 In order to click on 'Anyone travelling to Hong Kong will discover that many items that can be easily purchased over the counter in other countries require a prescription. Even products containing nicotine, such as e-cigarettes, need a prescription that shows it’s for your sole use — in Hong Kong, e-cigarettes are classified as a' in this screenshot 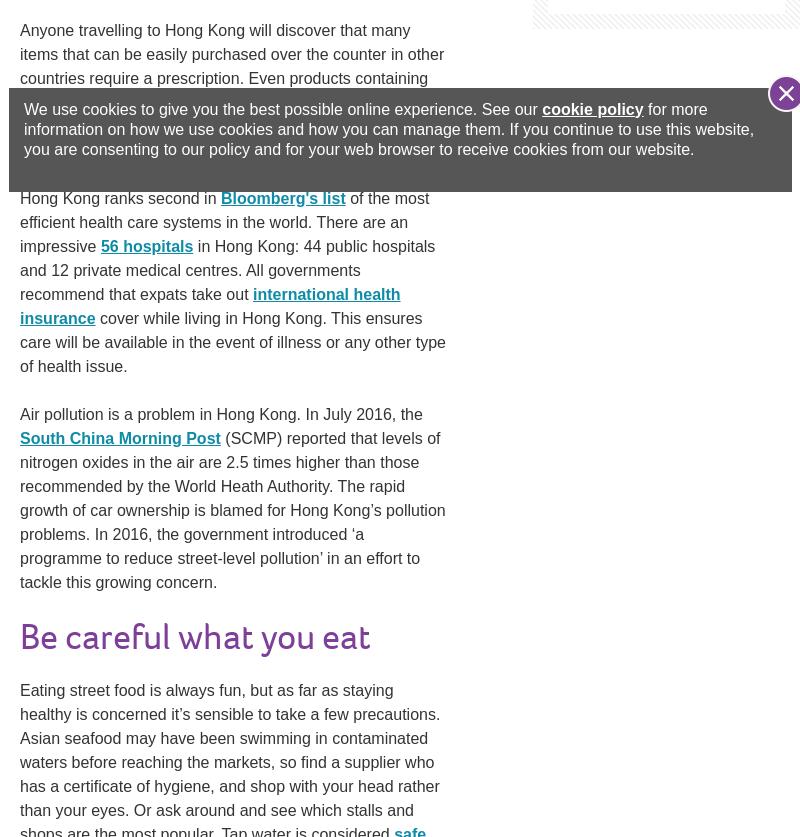, I will do `click(20, 90)`.